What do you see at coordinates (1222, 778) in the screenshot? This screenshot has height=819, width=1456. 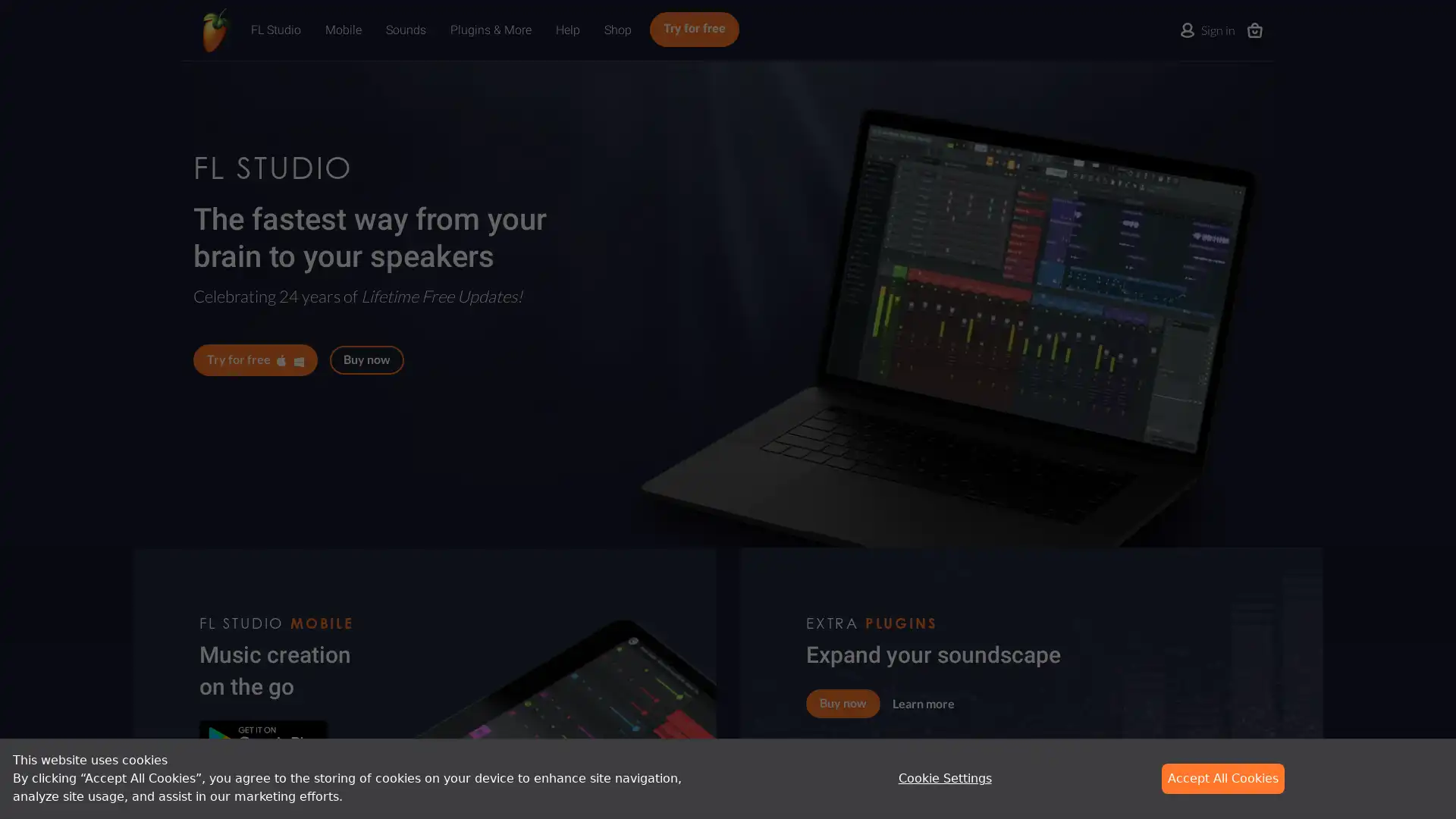 I see `Accept All Cookies` at bounding box center [1222, 778].